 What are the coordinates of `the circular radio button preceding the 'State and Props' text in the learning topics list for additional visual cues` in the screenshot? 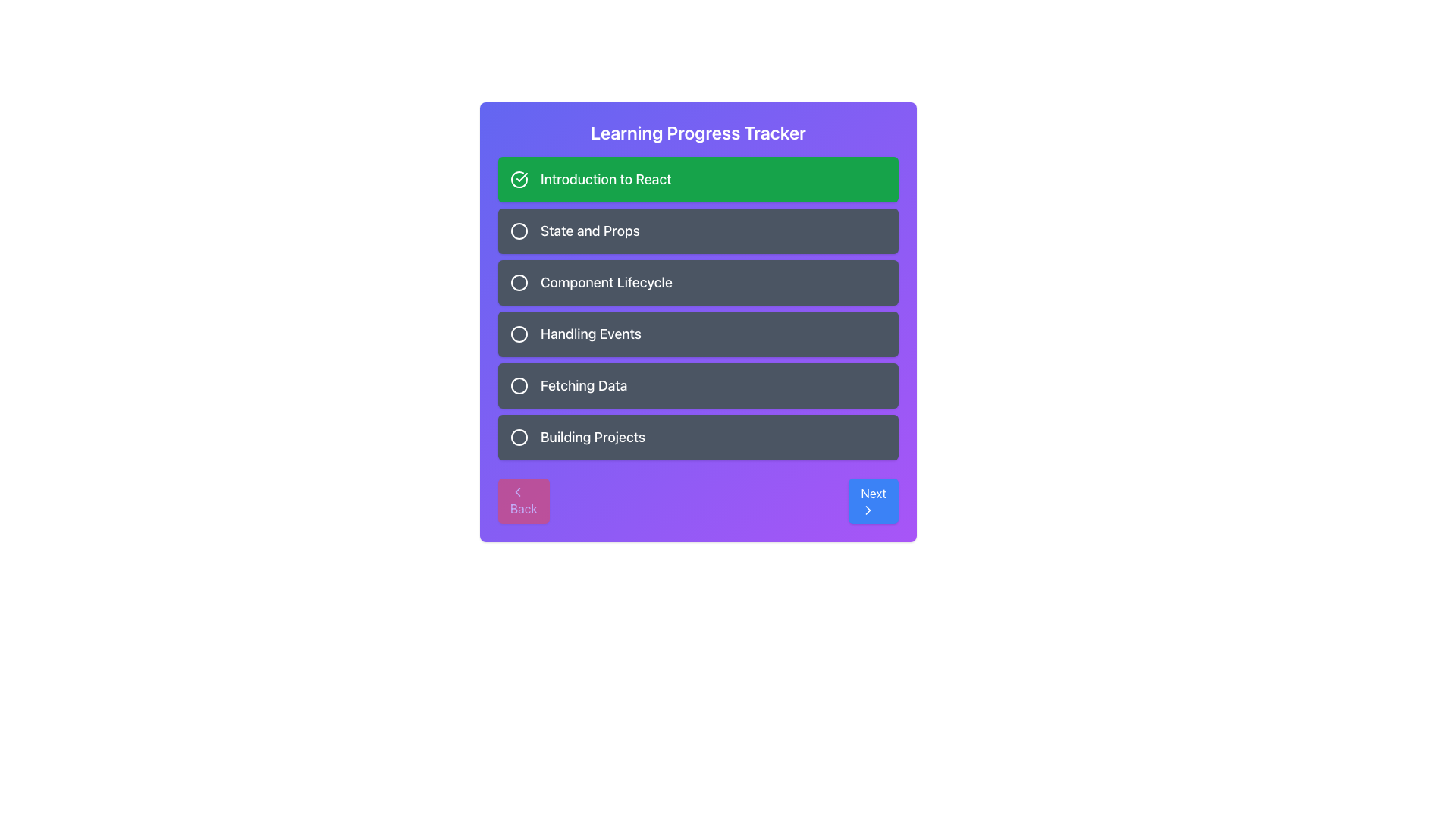 It's located at (519, 231).